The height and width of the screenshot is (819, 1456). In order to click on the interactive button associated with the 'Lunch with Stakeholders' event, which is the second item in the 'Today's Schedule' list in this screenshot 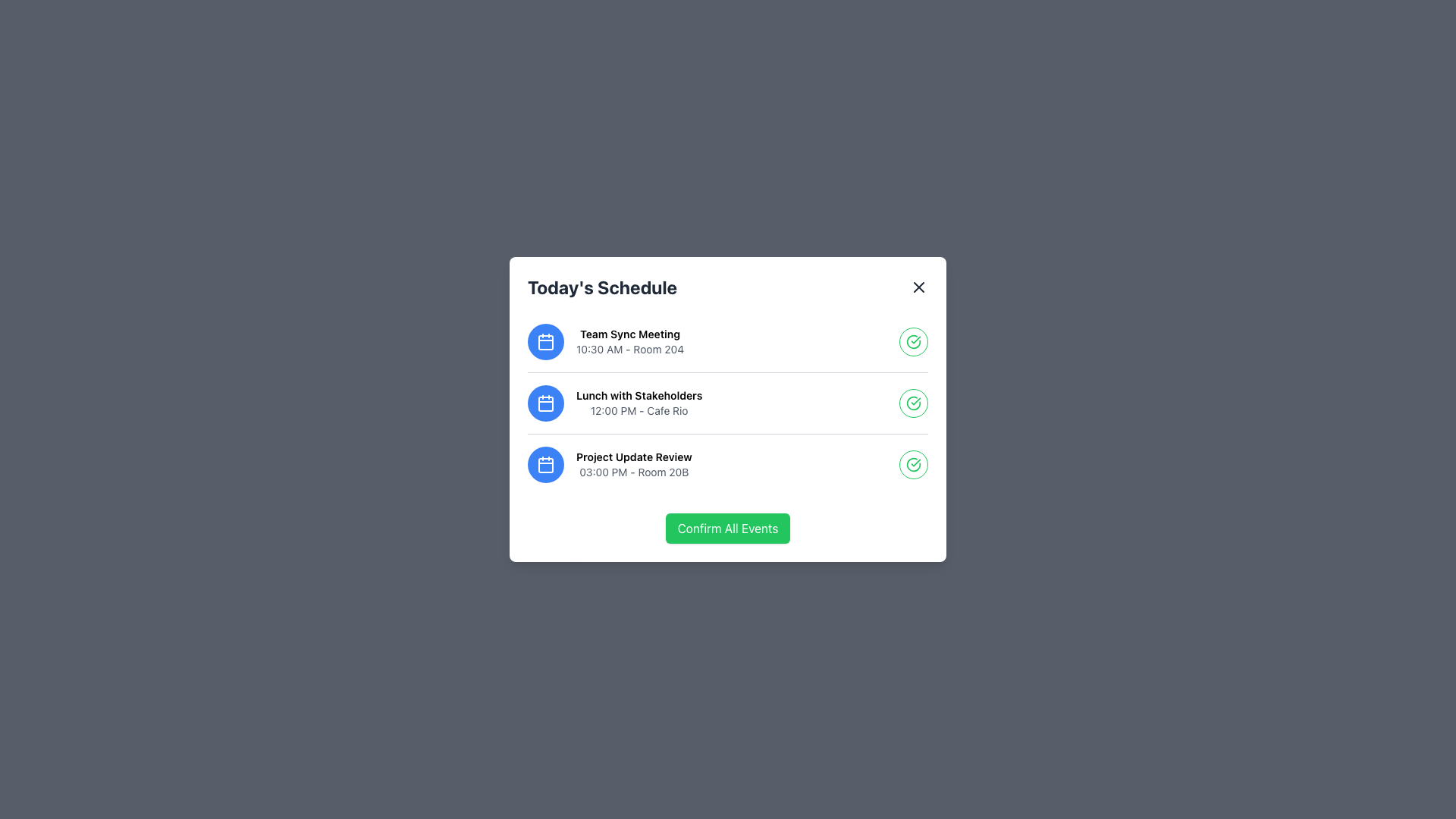, I will do `click(728, 403)`.